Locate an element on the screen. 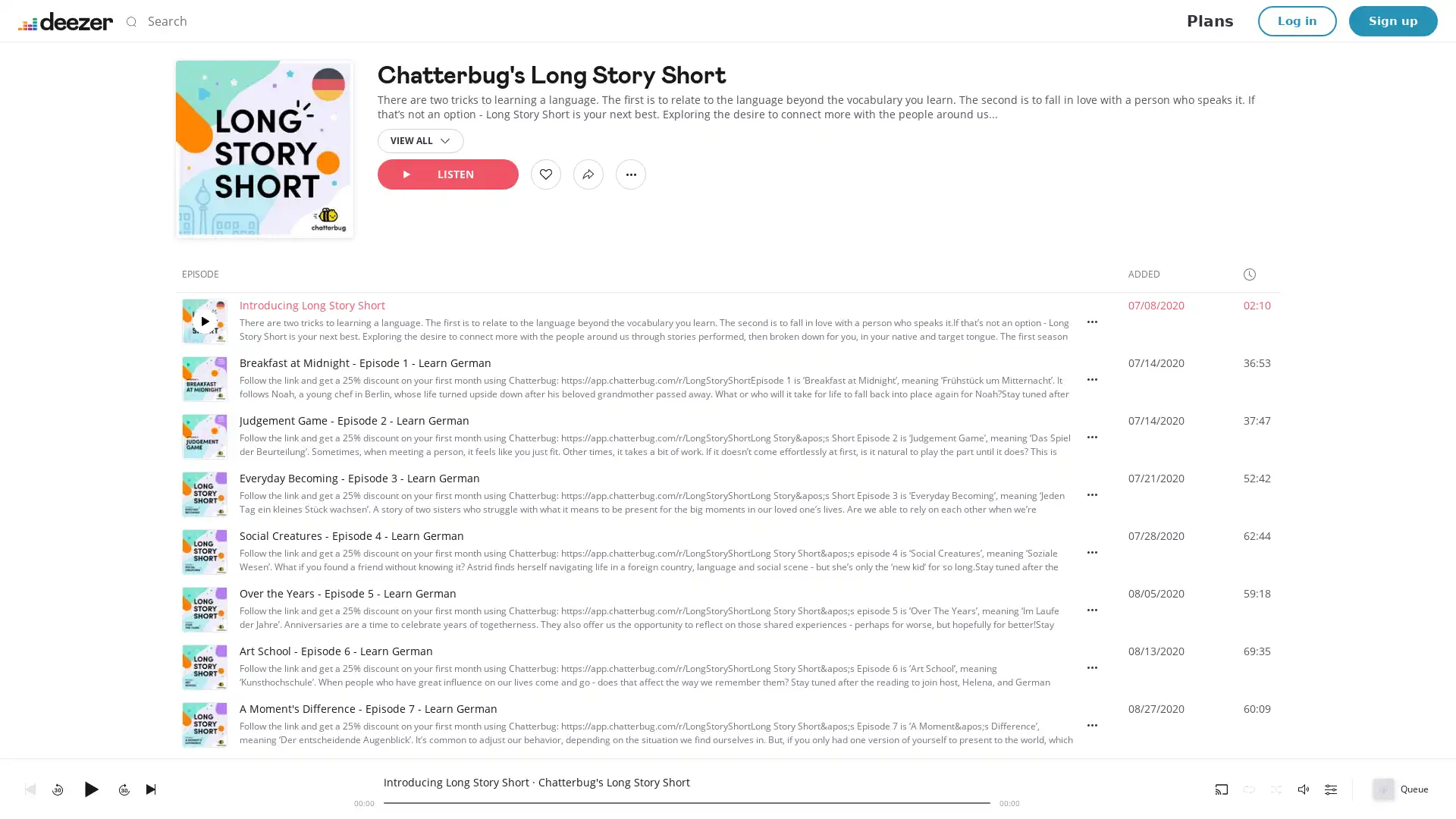 Image resolution: width=1456 pixels, height=819 pixels. Play Art School - Episode 6 - Learn German by Chatterbug's Long Story Short is located at coordinates (203, 666).